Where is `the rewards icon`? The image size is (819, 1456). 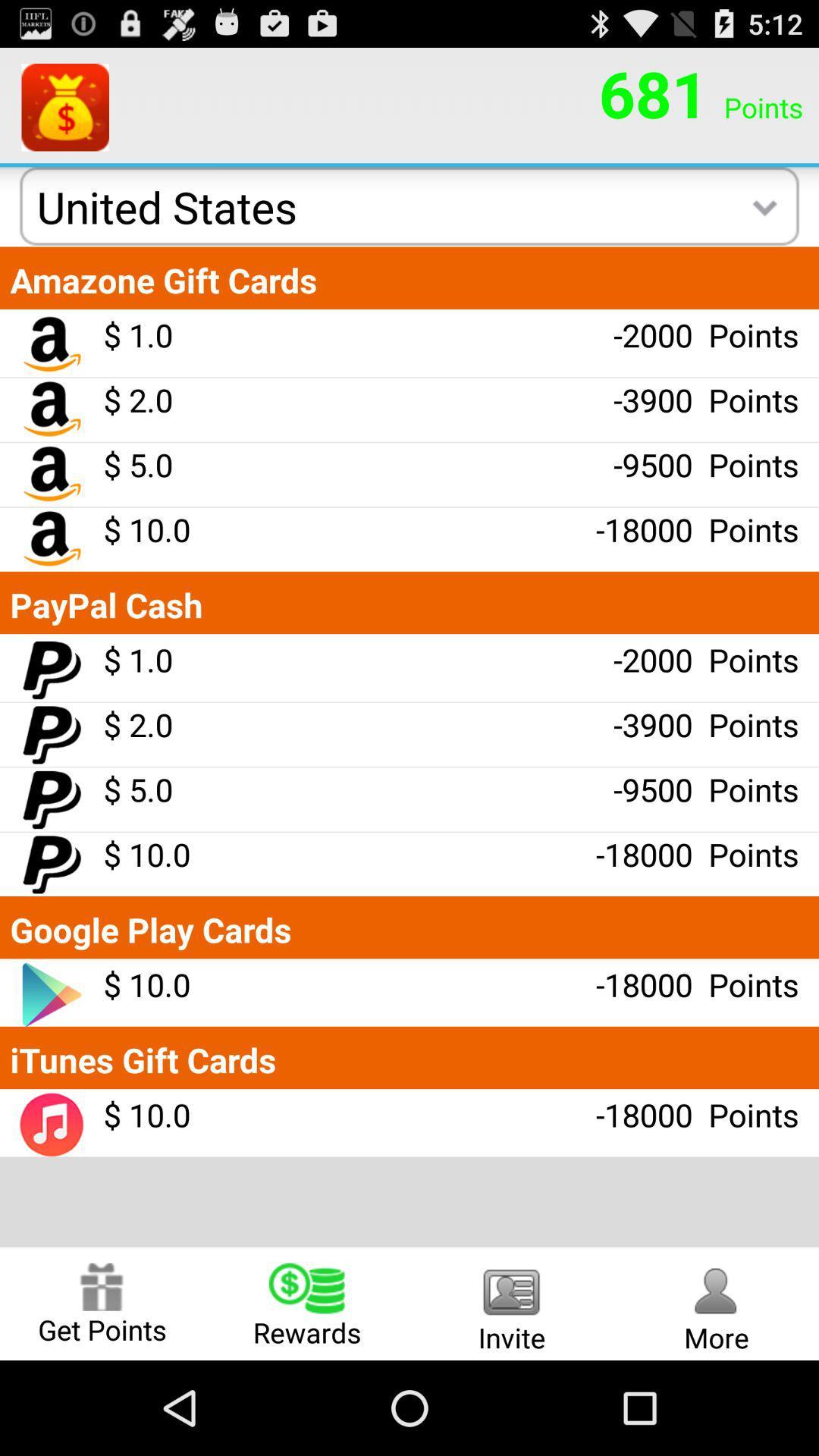 the rewards icon is located at coordinates (307, 1303).